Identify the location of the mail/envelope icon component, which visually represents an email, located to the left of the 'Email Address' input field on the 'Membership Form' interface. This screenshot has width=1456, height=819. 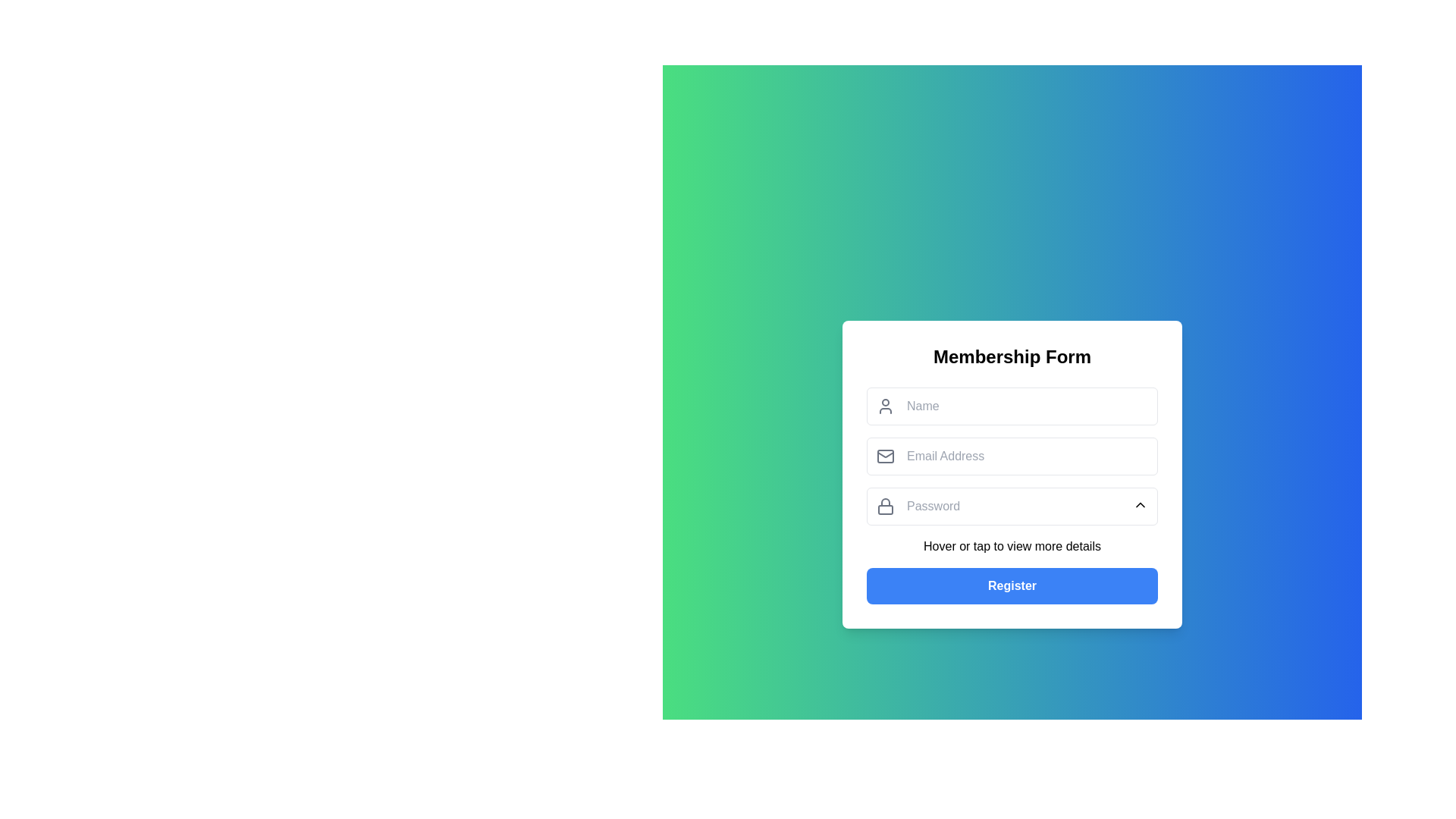
(885, 455).